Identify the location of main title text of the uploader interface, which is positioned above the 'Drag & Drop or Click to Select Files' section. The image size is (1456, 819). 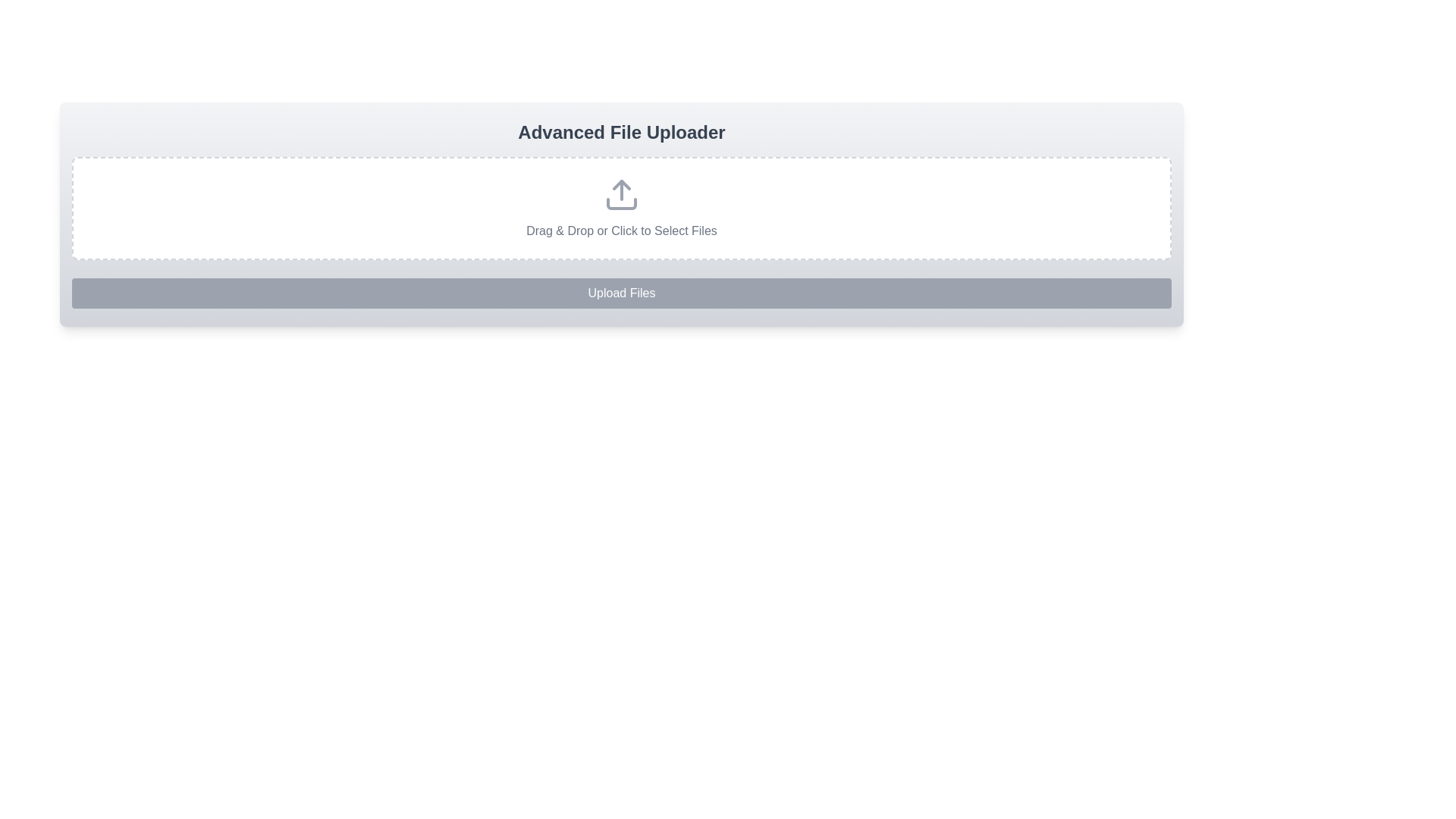
(622, 131).